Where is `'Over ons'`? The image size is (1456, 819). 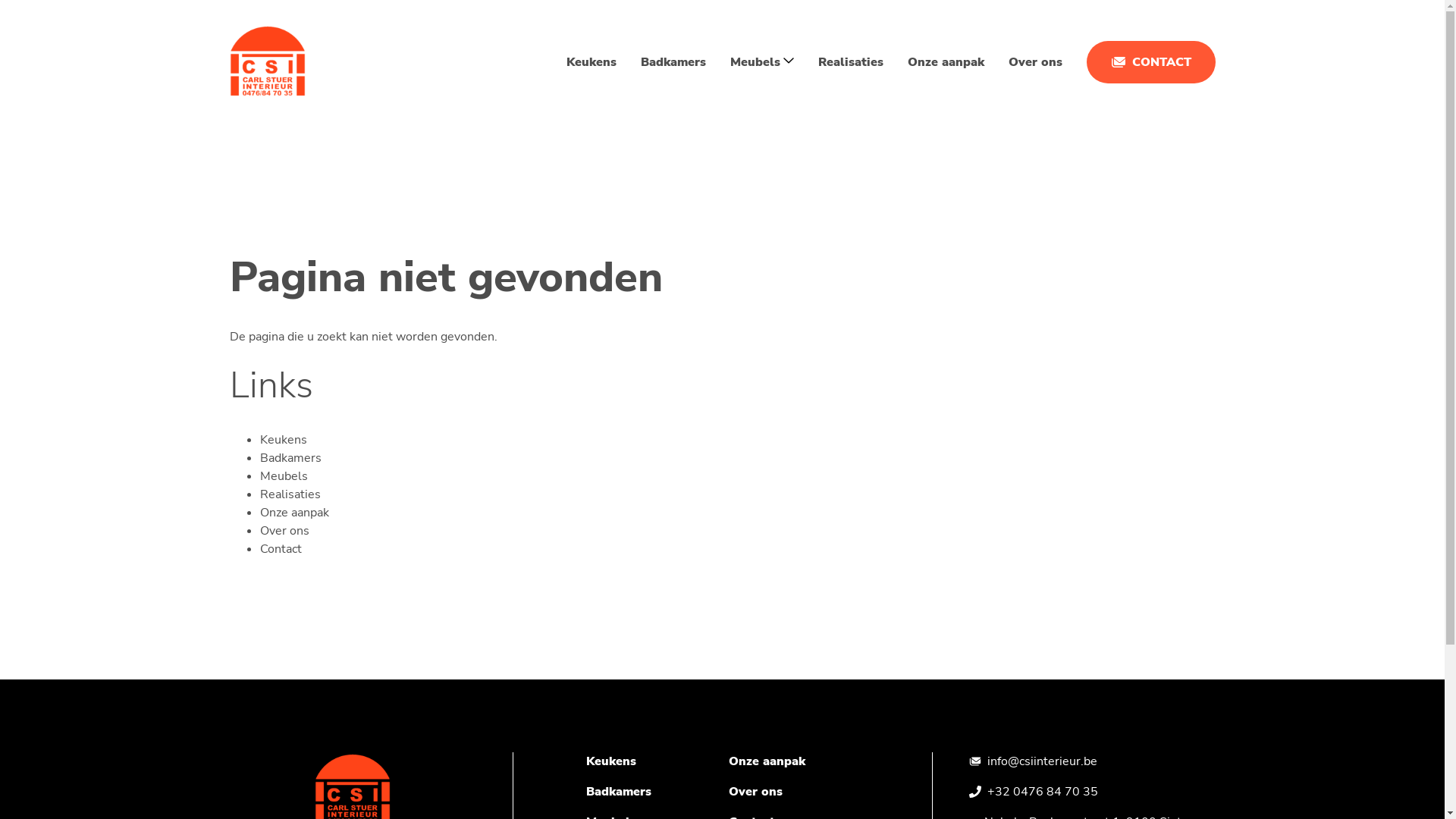 'Over ons' is located at coordinates (1008, 61).